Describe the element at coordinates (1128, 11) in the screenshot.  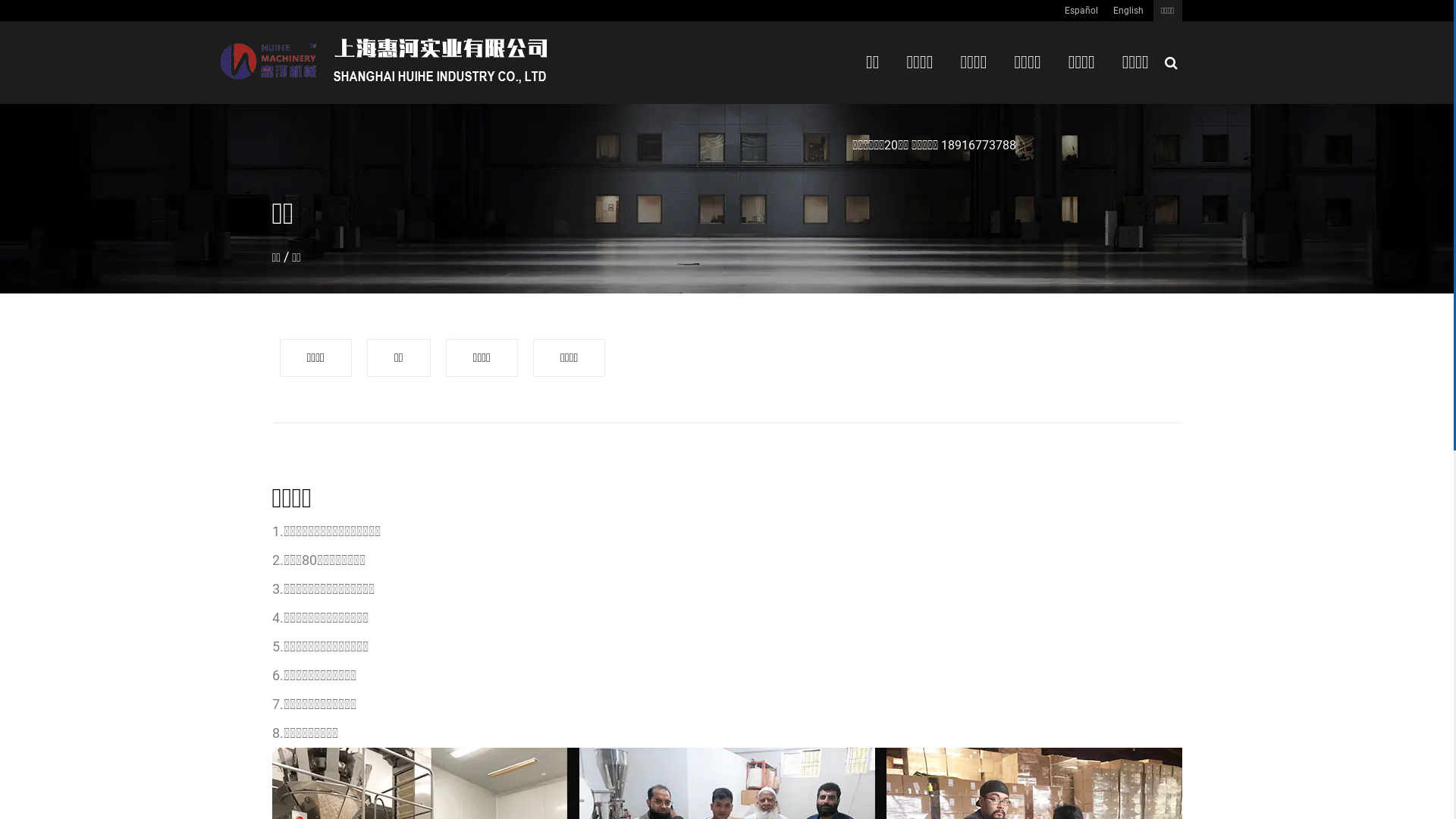
I see `'English'` at that location.